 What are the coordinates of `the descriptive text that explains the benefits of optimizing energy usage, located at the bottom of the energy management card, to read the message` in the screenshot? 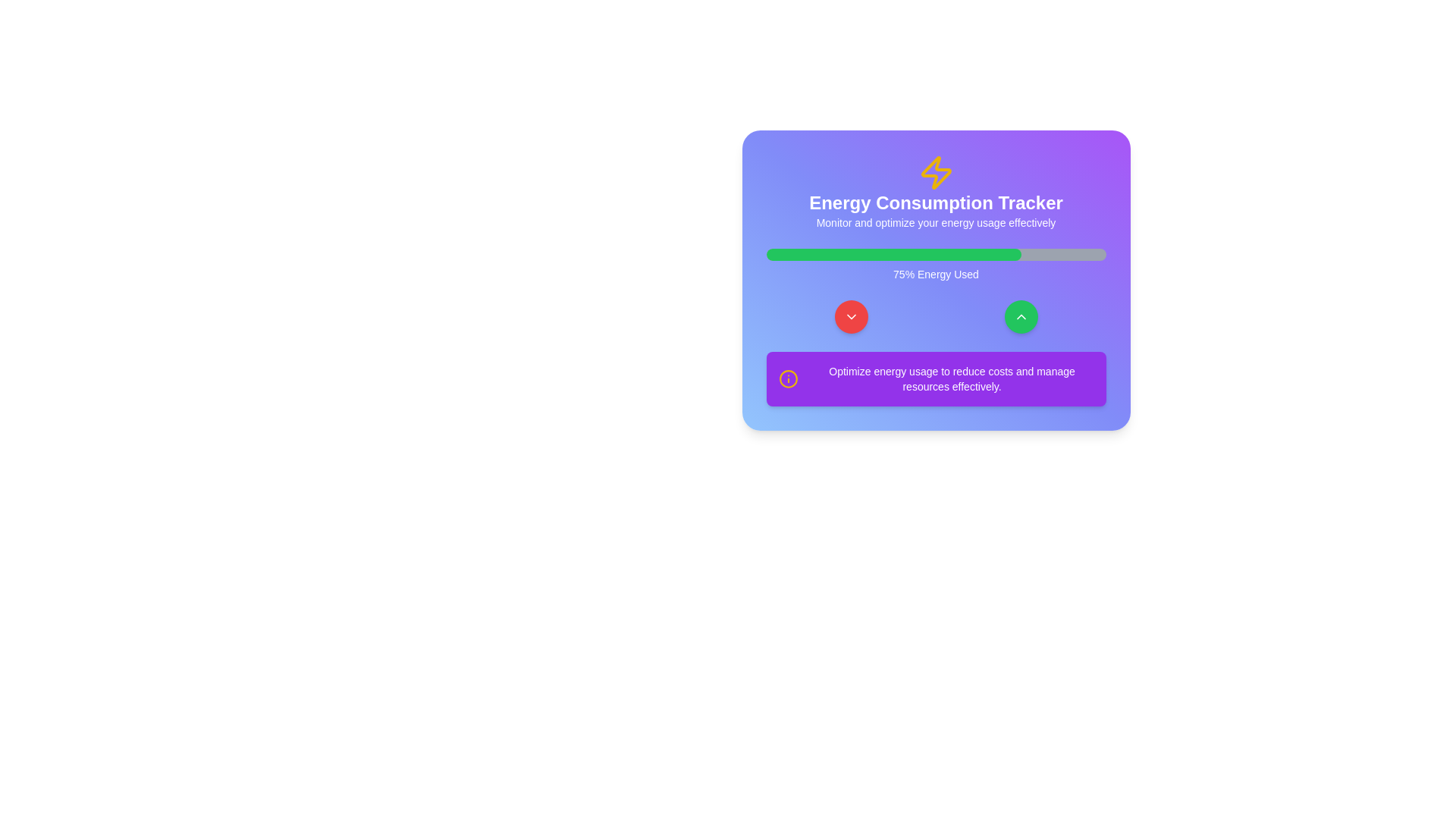 It's located at (951, 378).